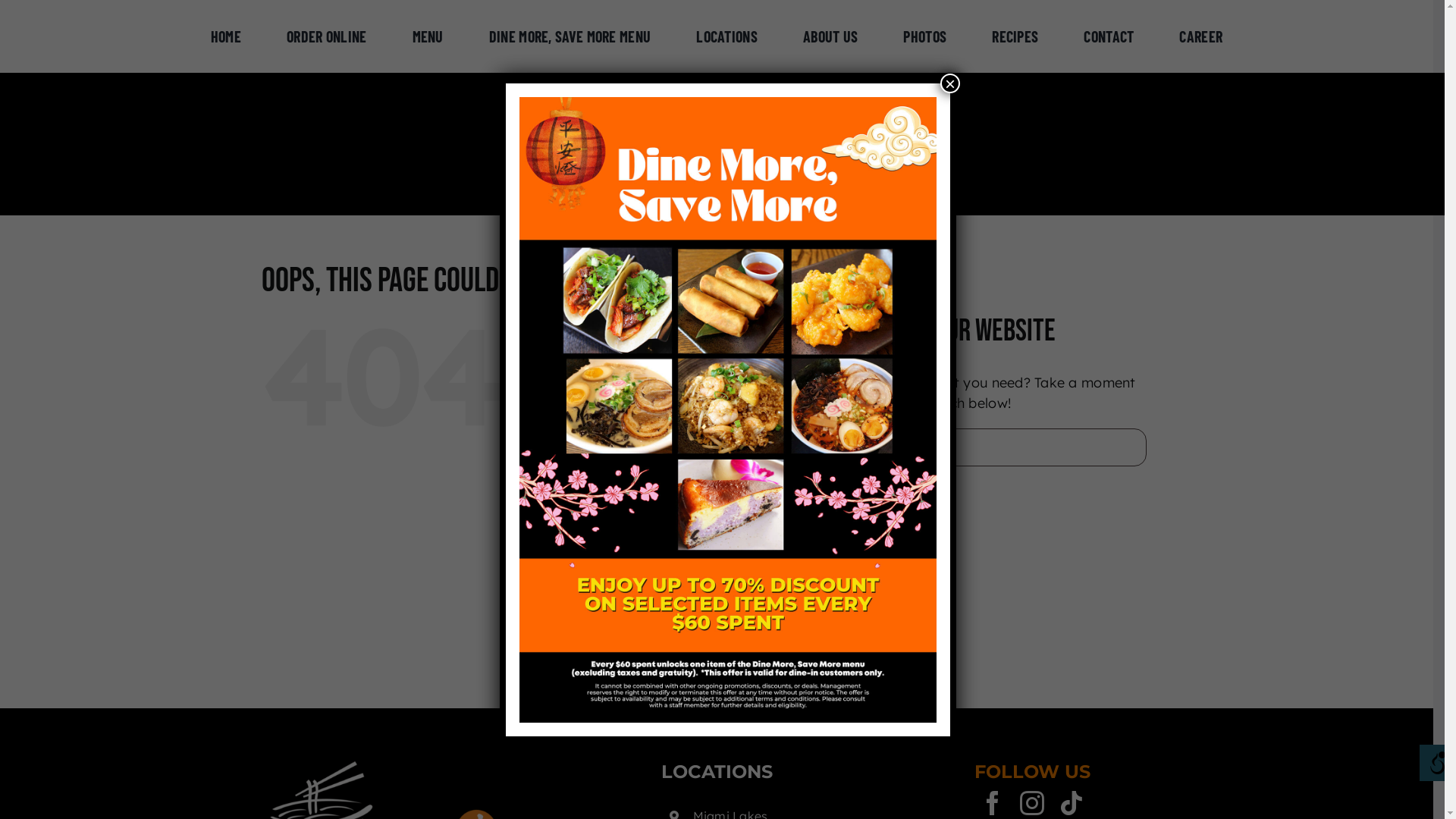 The image size is (1456, 819). Describe the element at coordinates (210, 35) in the screenshot. I see `'HOME'` at that location.